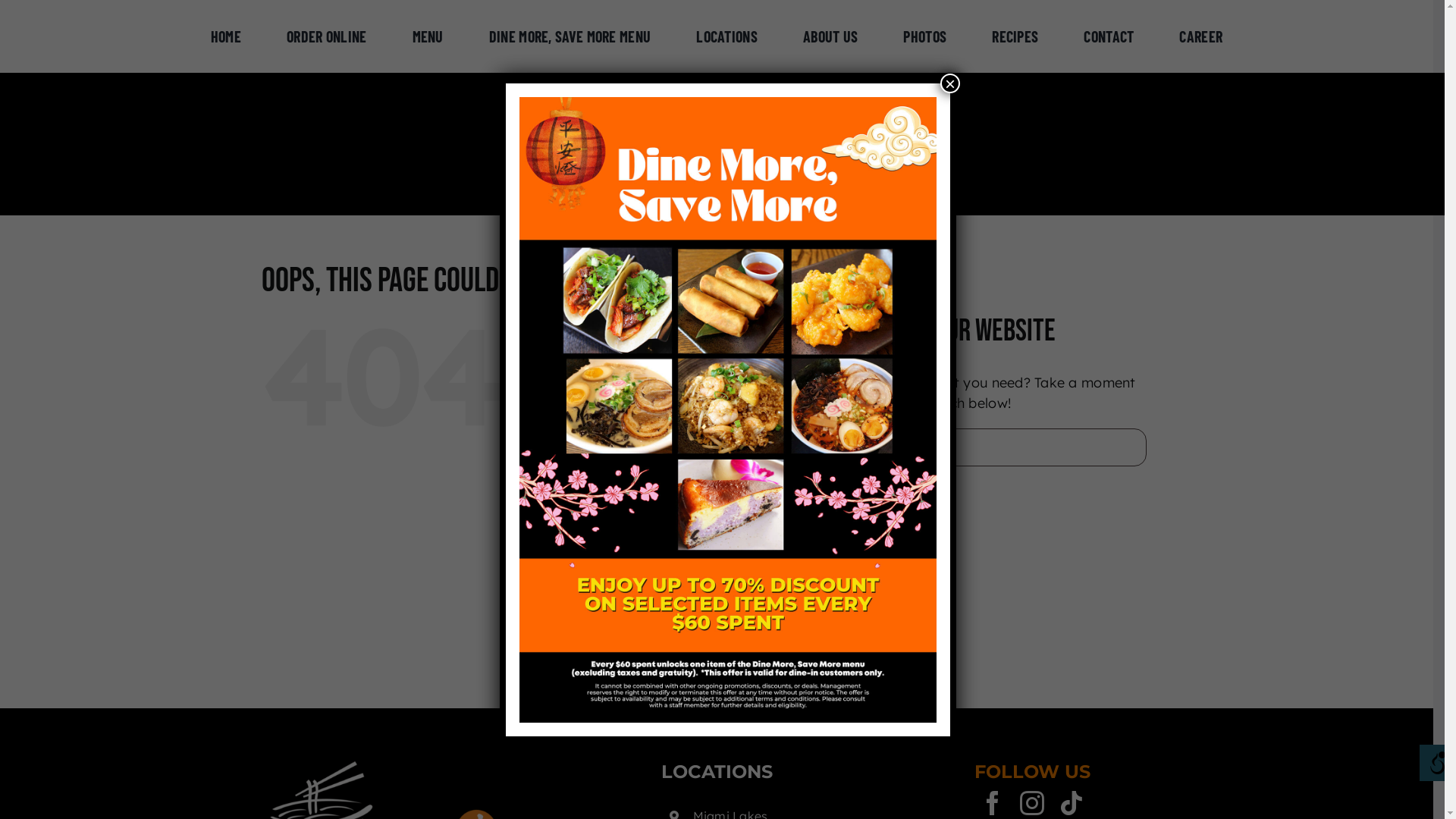 The image size is (1456, 819). Describe the element at coordinates (210, 35) in the screenshot. I see `'HOME'` at that location.